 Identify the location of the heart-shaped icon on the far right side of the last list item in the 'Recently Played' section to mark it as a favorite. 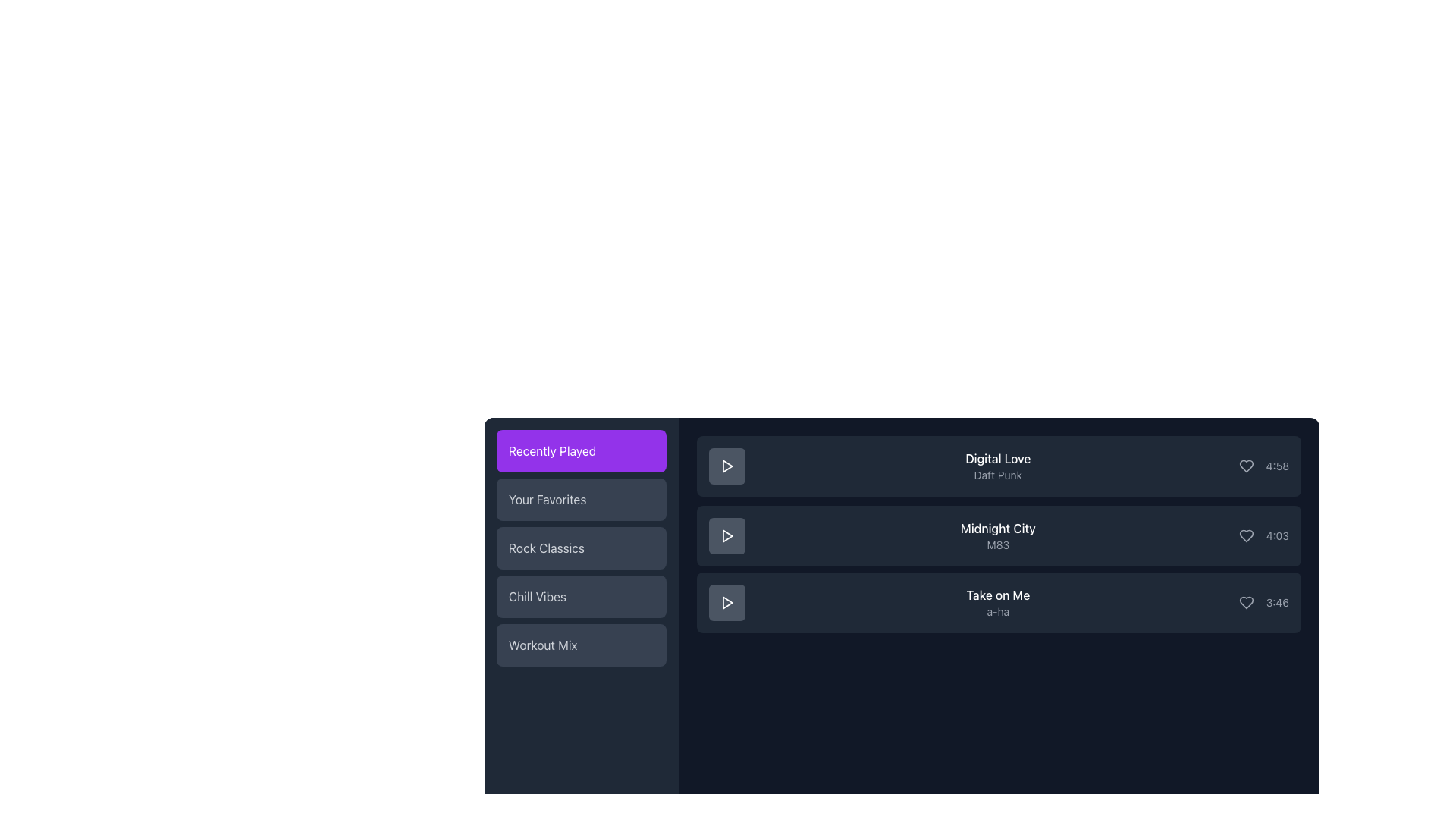
(1246, 601).